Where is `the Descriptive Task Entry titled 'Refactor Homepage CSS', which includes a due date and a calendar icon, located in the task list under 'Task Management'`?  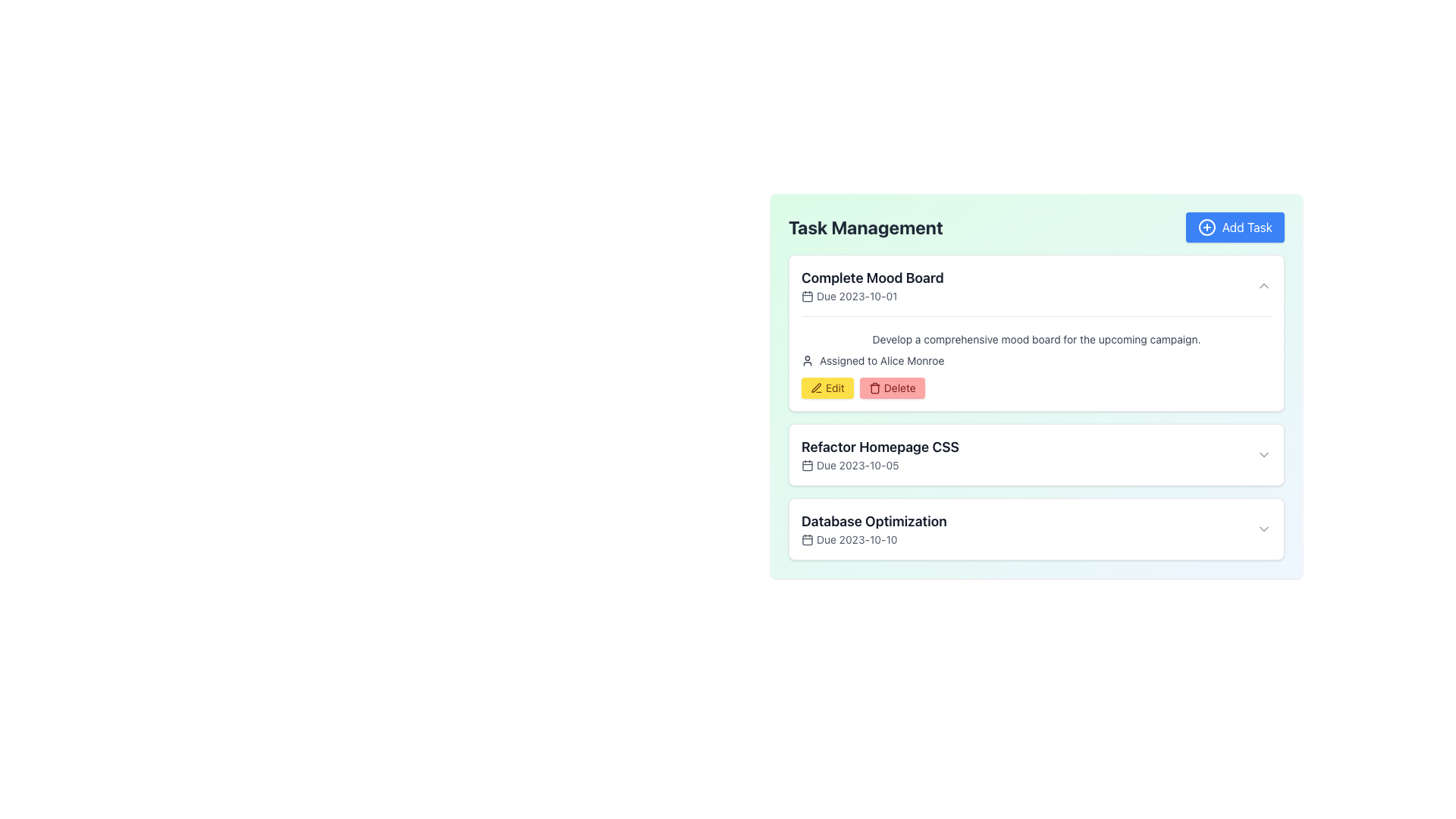
the Descriptive Task Entry titled 'Refactor Homepage CSS', which includes a due date and a calendar icon, located in the task list under 'Task Management' is located at coordinates (880, 454).